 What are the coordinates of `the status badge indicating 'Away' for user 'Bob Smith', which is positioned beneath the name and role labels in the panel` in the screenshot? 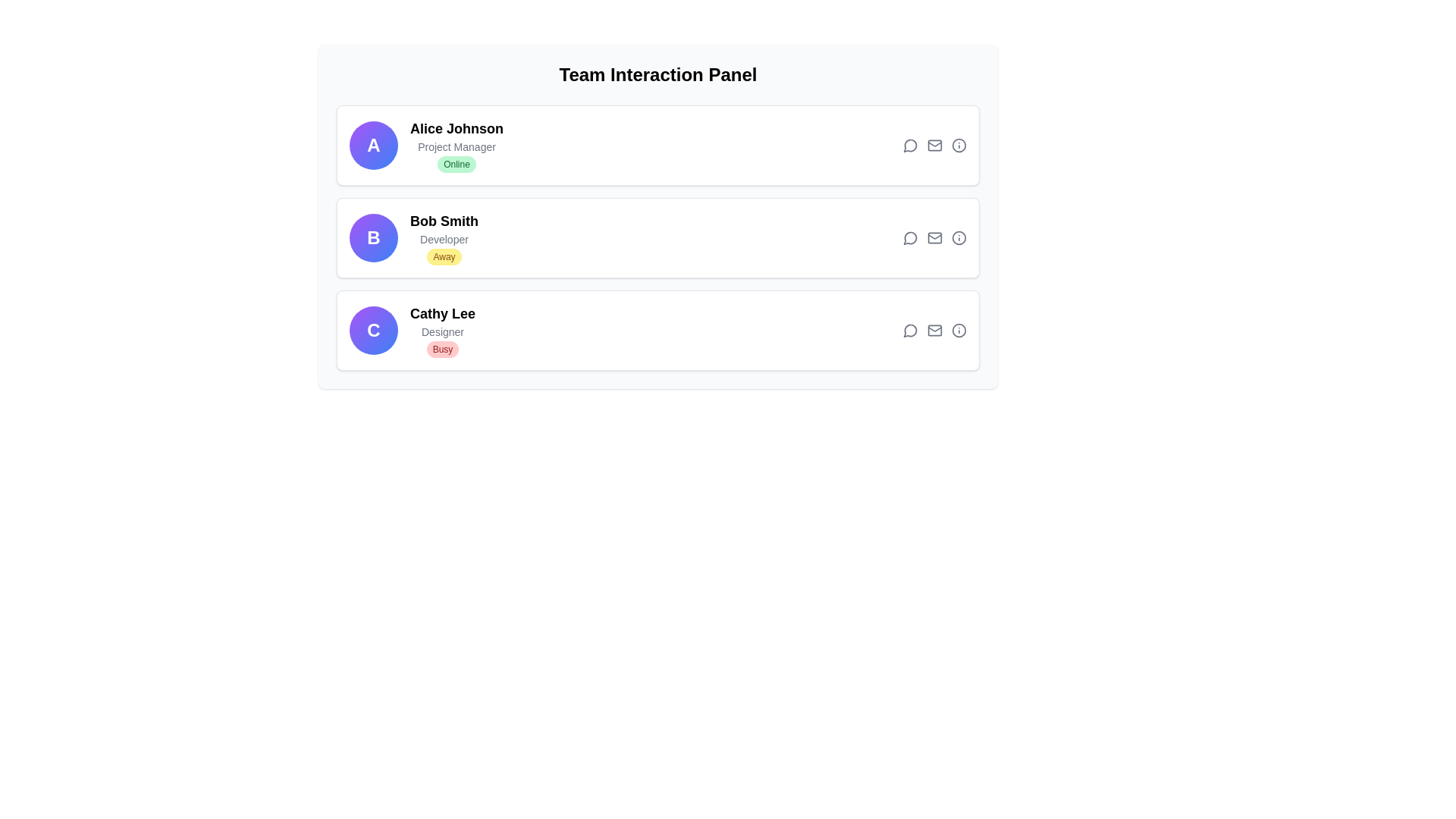 It's located at (443, 256).